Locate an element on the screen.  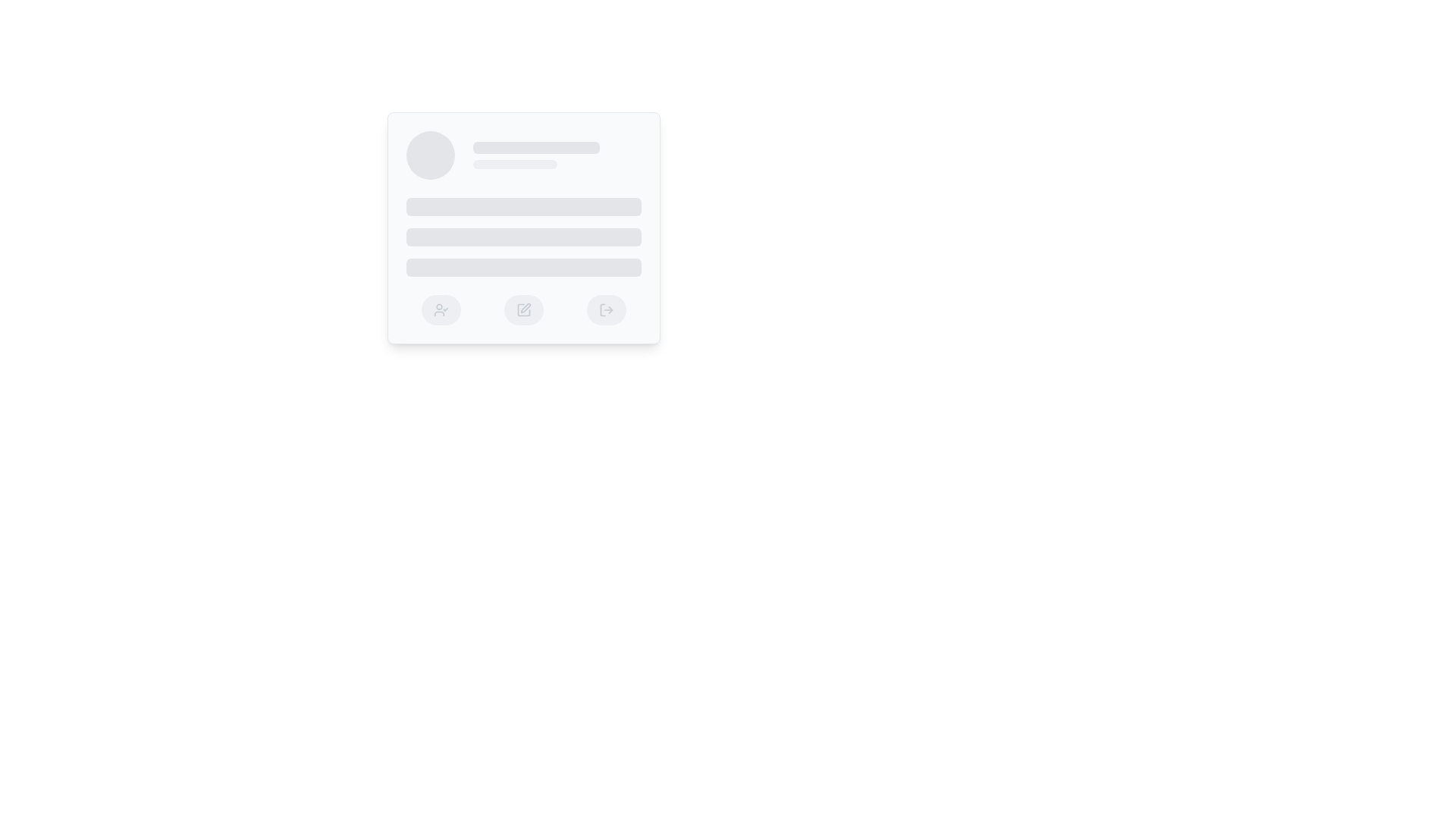
the middle icon in the group of three adjacent icons is located at coordinates (524, 309).